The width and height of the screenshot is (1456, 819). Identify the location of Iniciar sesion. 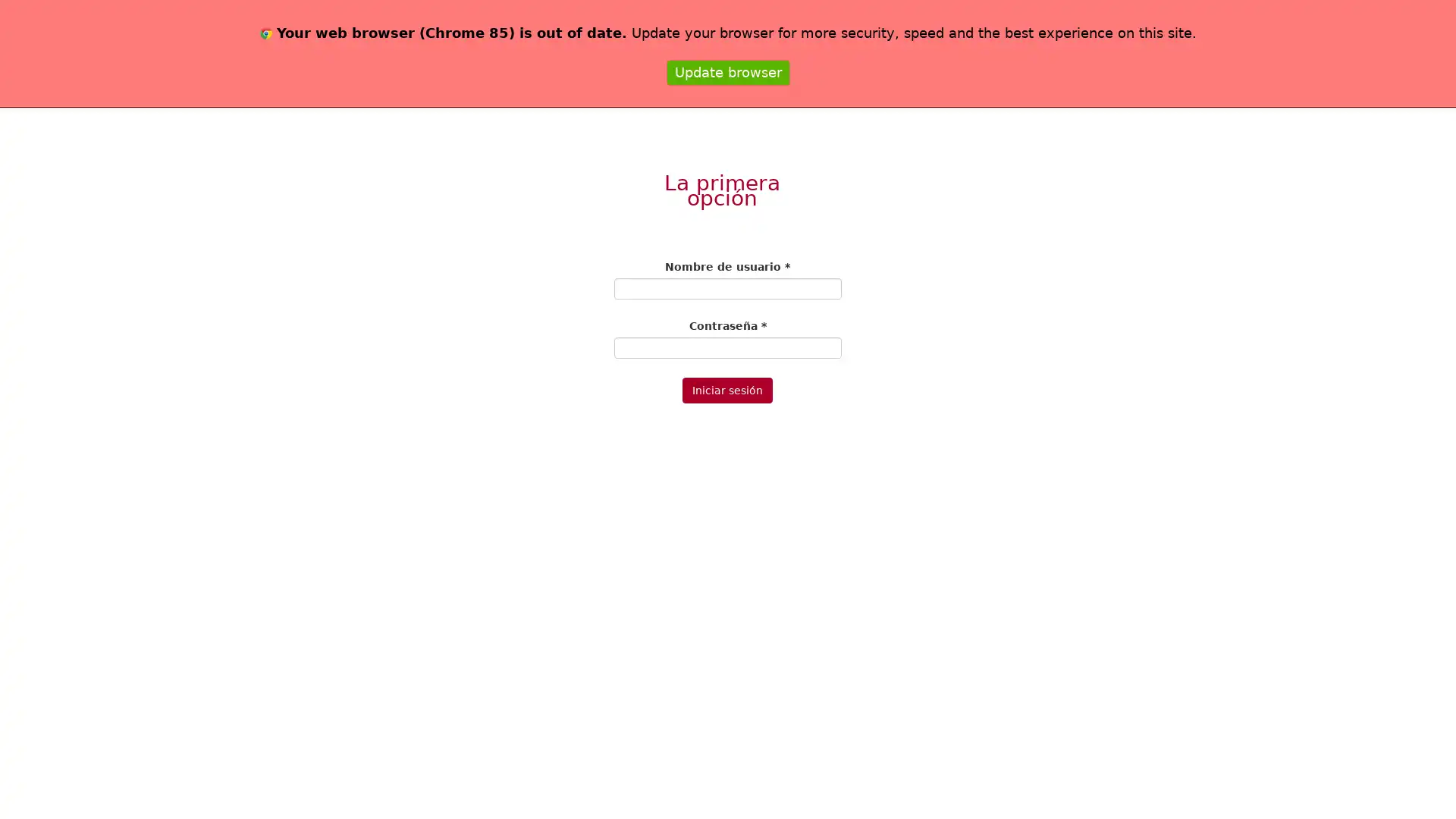
(726, 390).